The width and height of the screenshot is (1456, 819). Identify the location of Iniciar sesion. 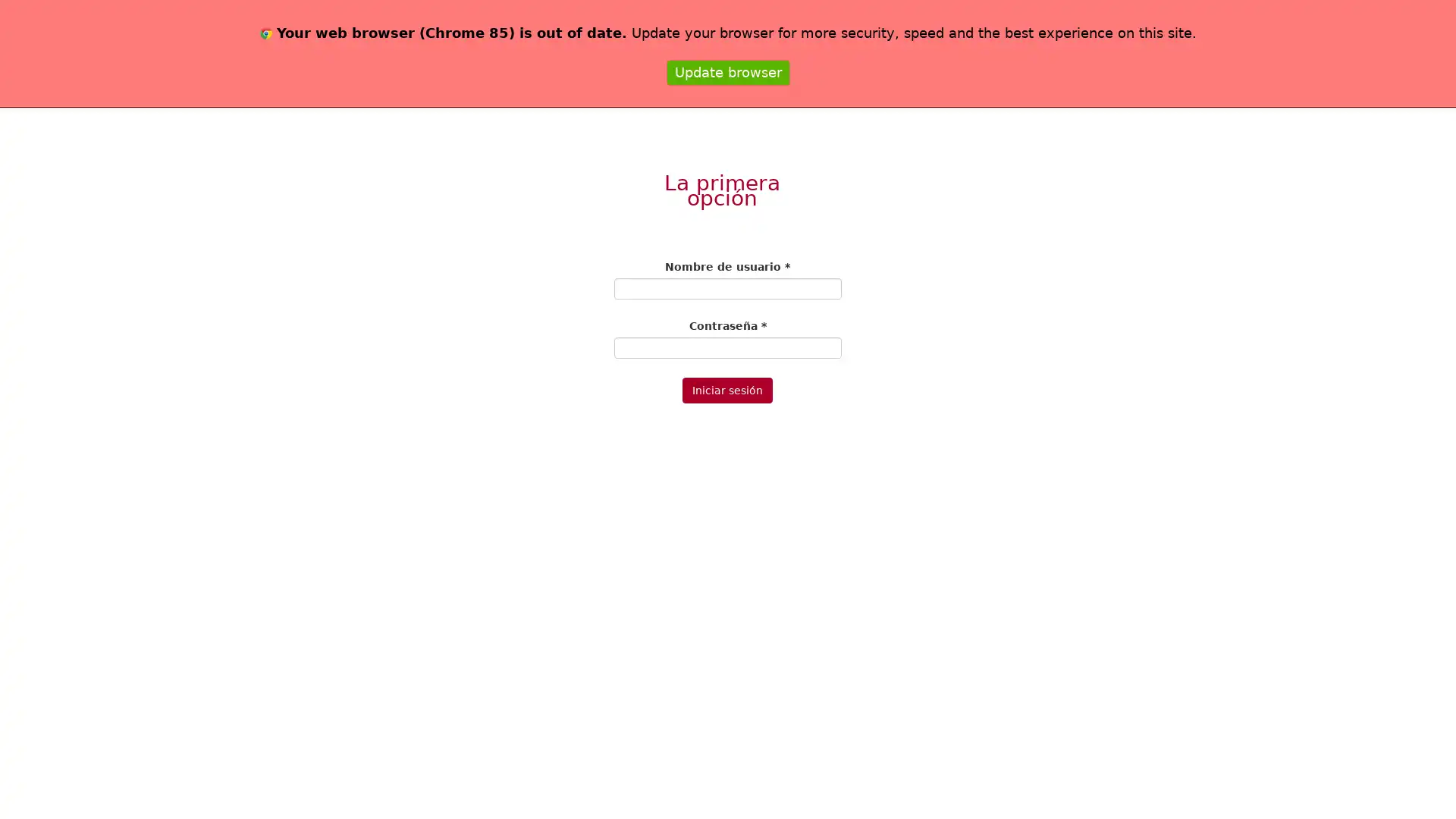
(726, 390).